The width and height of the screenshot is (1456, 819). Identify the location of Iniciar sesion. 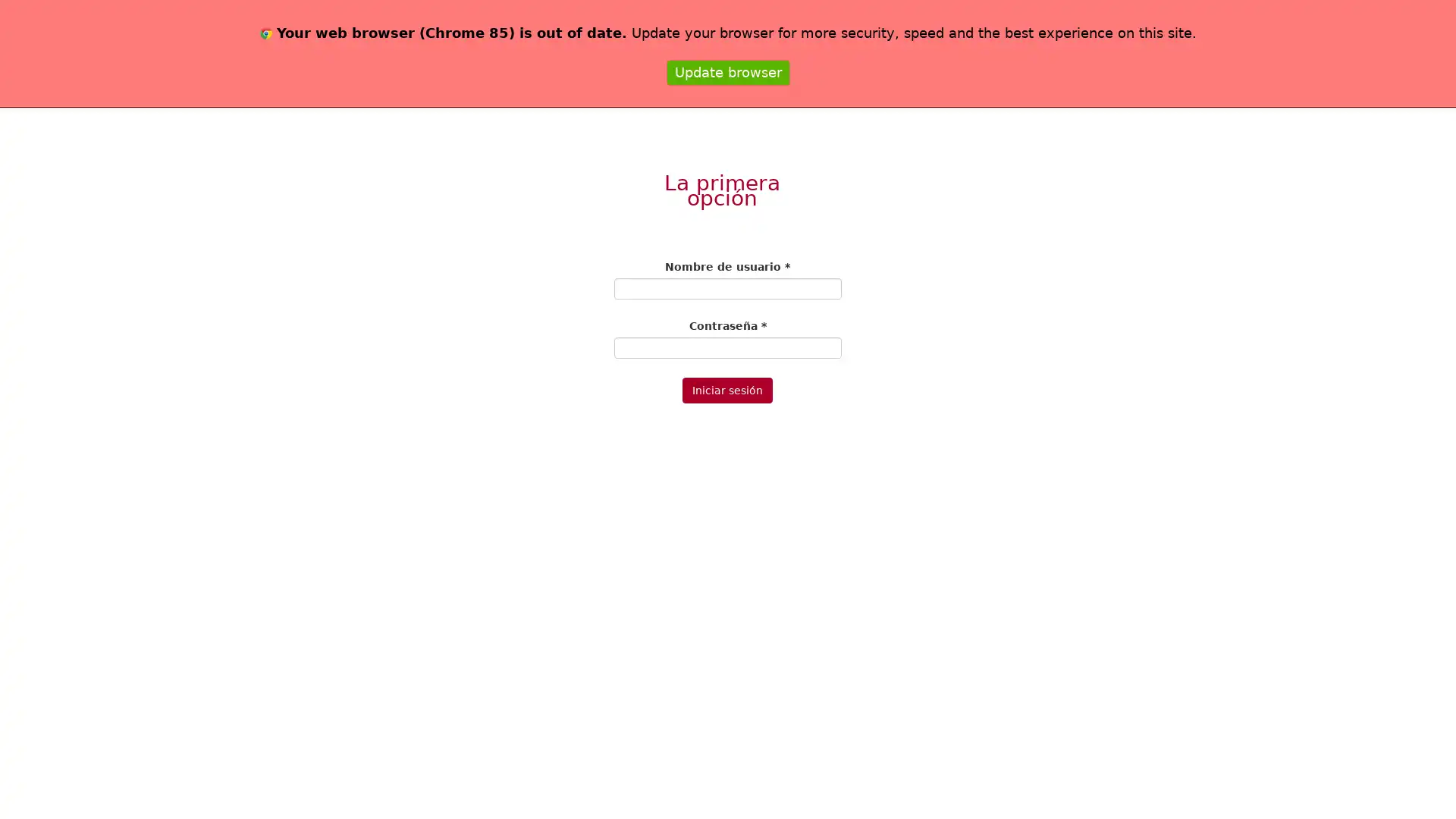
(726, 390).